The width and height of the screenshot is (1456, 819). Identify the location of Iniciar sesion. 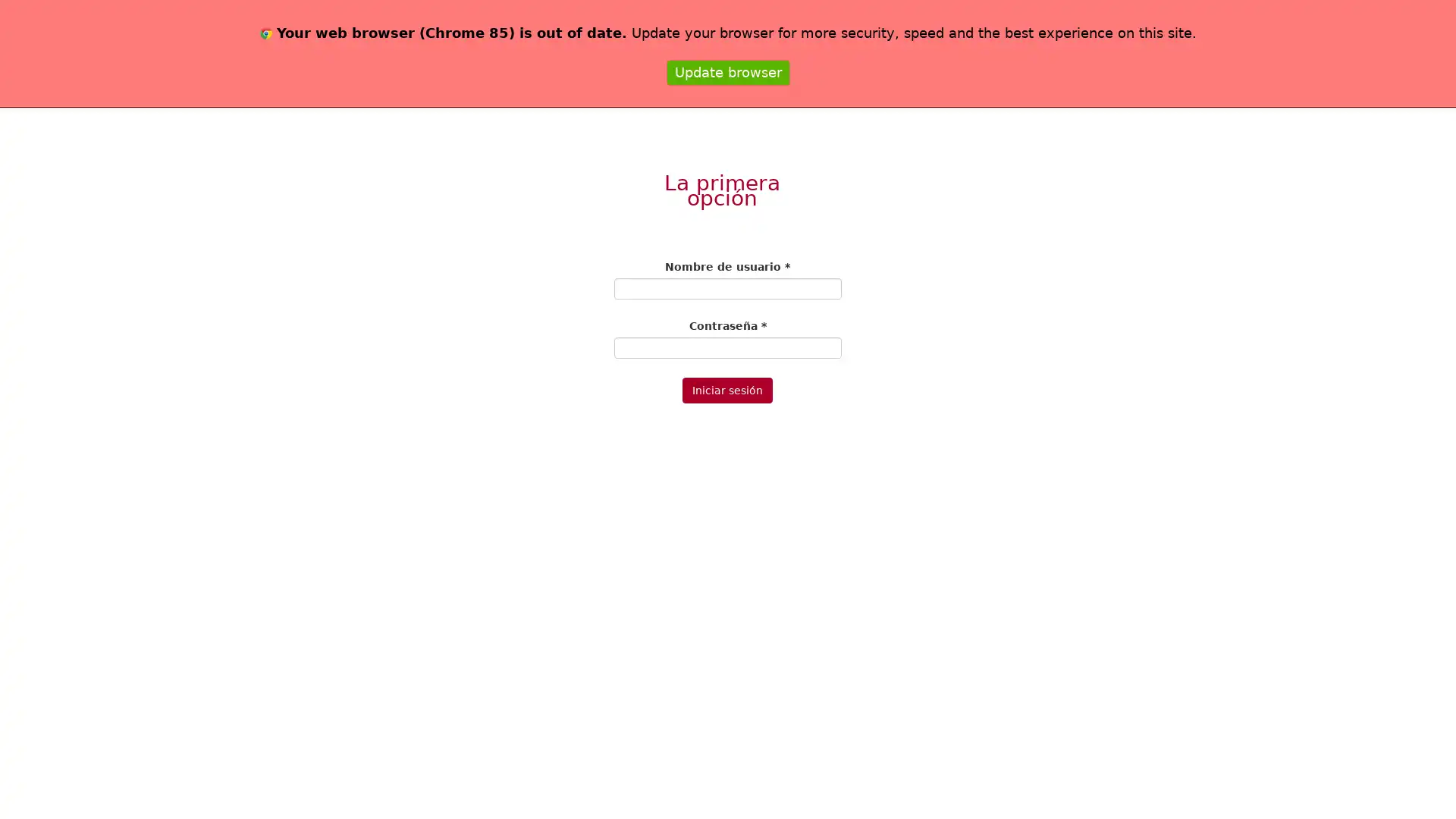
(726, 390).